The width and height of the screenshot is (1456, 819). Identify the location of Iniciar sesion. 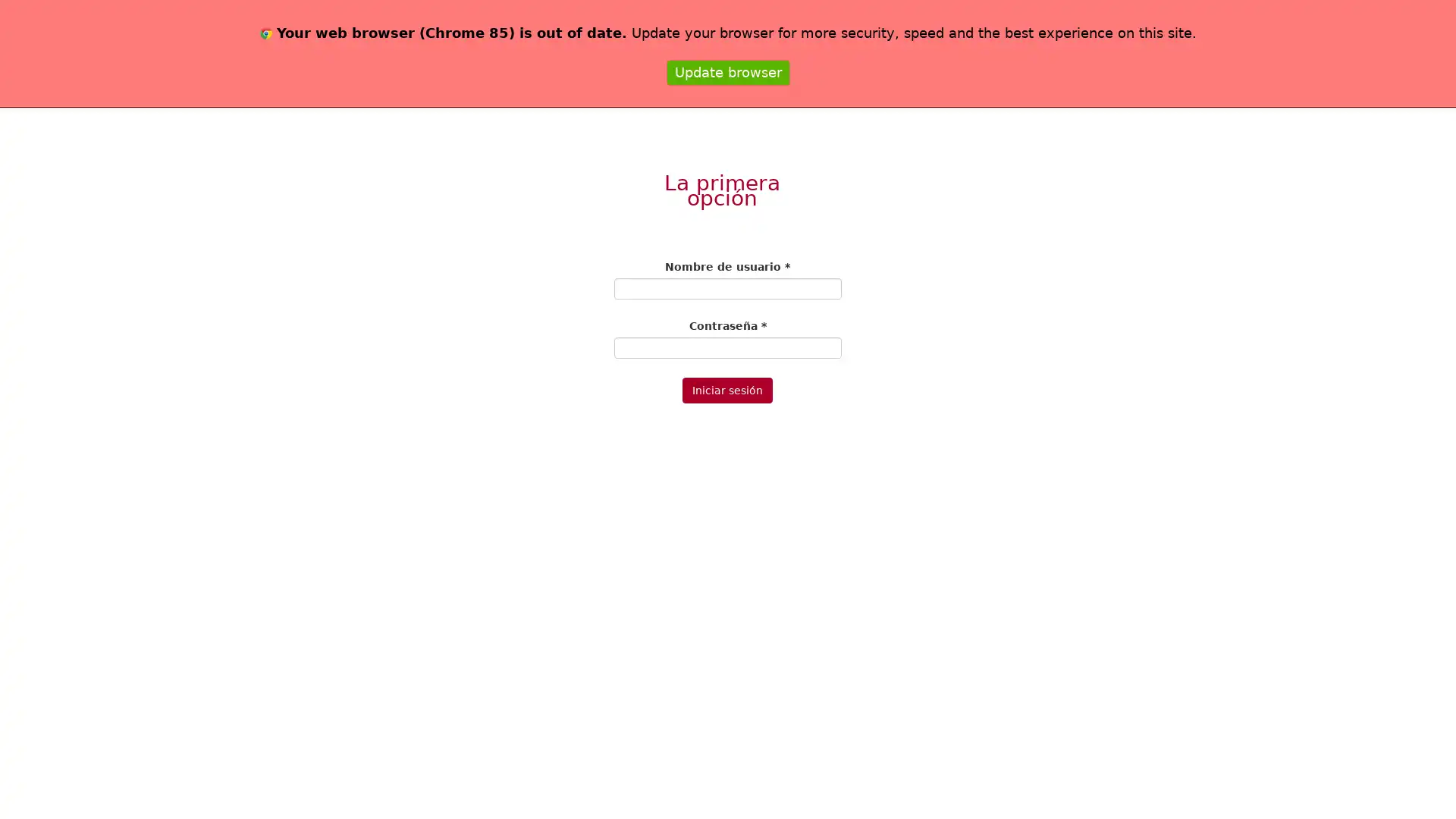
(726, 390).